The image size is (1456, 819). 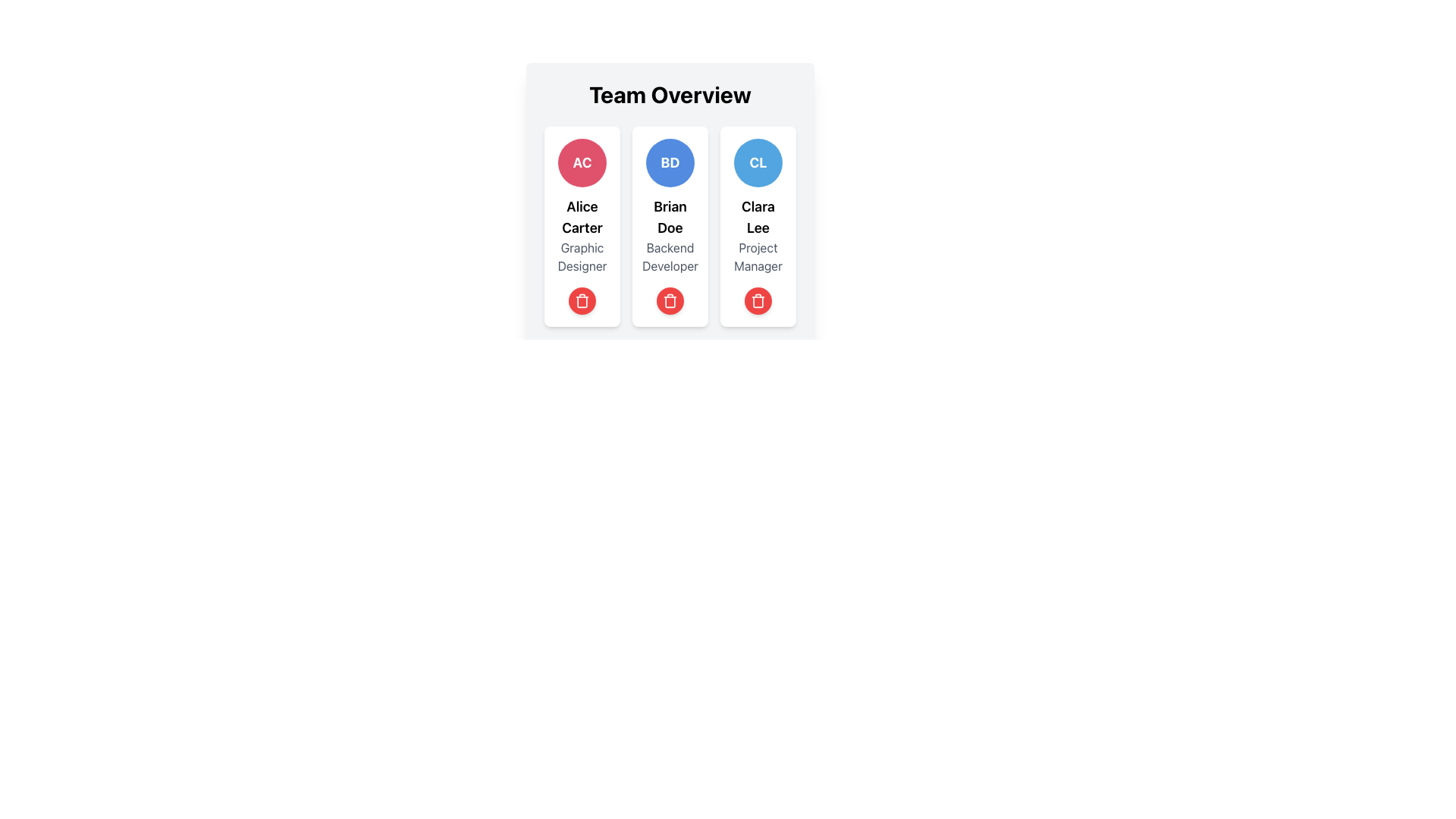 What do you see at coordinates (669, 227) in the screenshot?
I see `the Profile card component displaying 'Brian Doe' and 'Backend Developer', which is the second card in a row of three cards` at bounding box center [669, 227].